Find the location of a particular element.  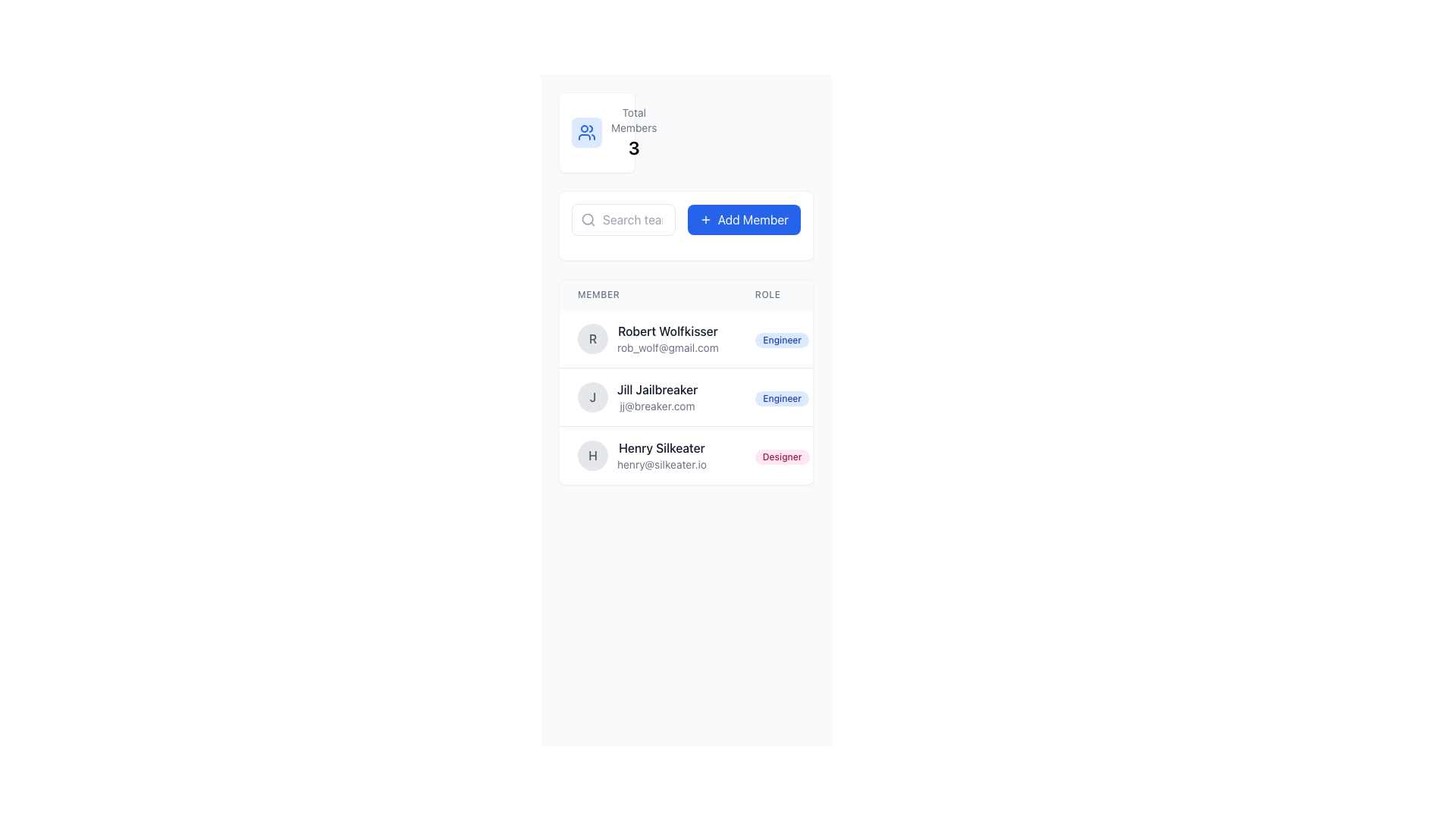

the Text display component that identifies a user by their name and email address, located in the first row of the members list adjacent to the 'Engineer' tag is located at coordinates (667, 338).